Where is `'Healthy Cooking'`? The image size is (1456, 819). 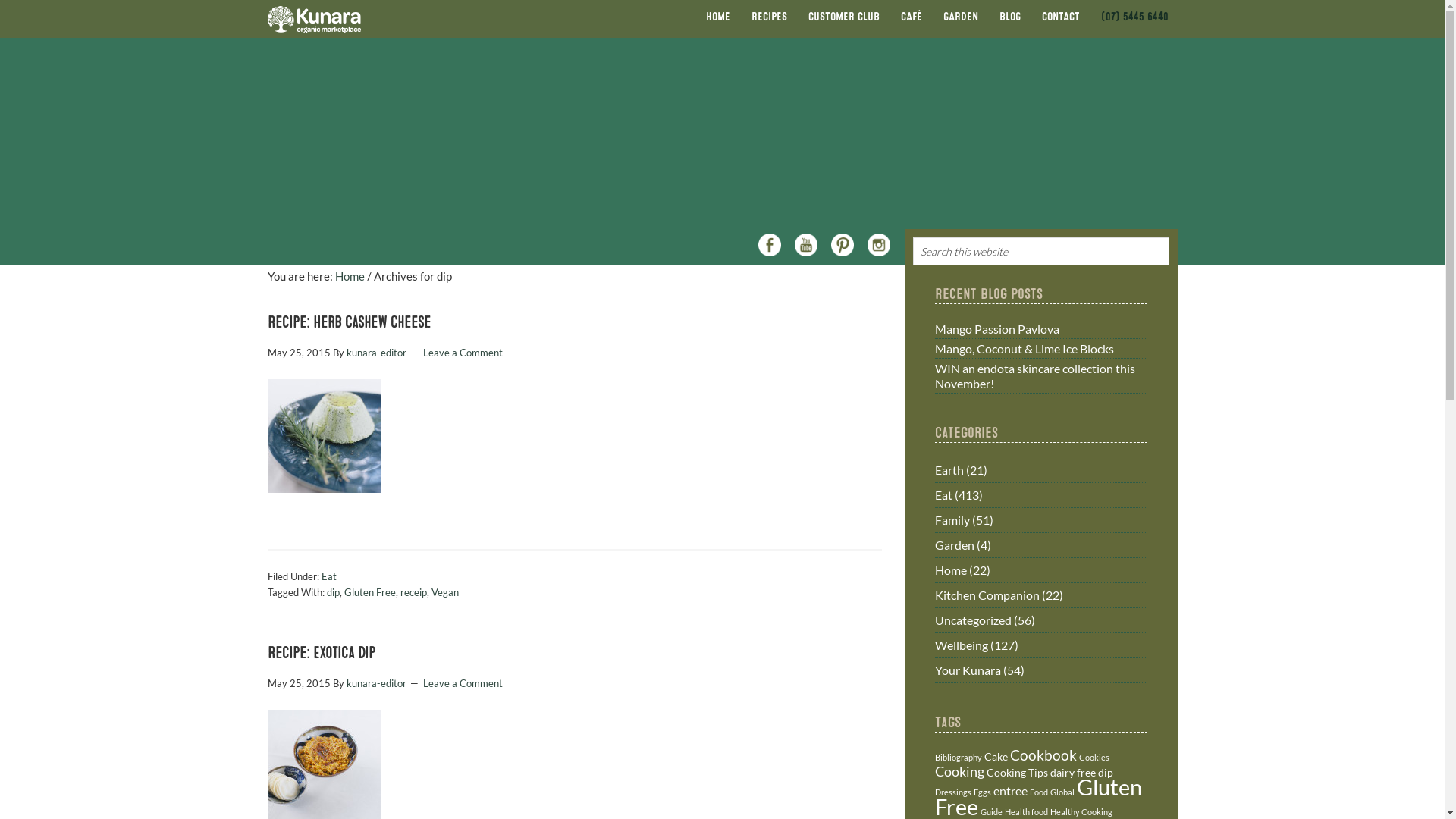 'Healthy Cooking' is located at coordinates (1048, 811).